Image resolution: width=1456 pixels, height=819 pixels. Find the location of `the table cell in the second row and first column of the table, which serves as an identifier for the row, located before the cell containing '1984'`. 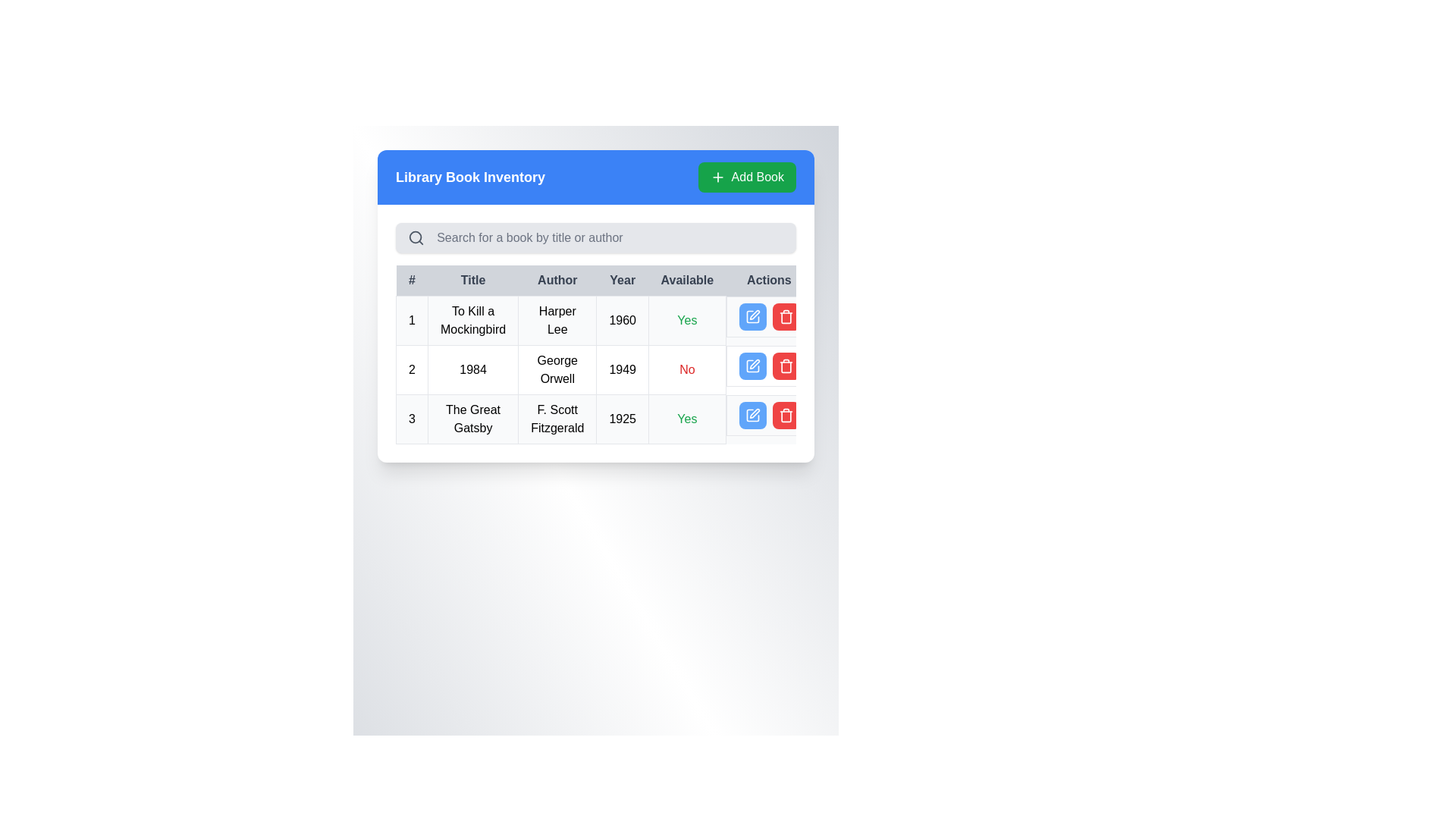

the table cell in the second row and first column of the table, which serves as an identifier for the row, located before the cell containing '1984' is located at coordinates (412, 370).